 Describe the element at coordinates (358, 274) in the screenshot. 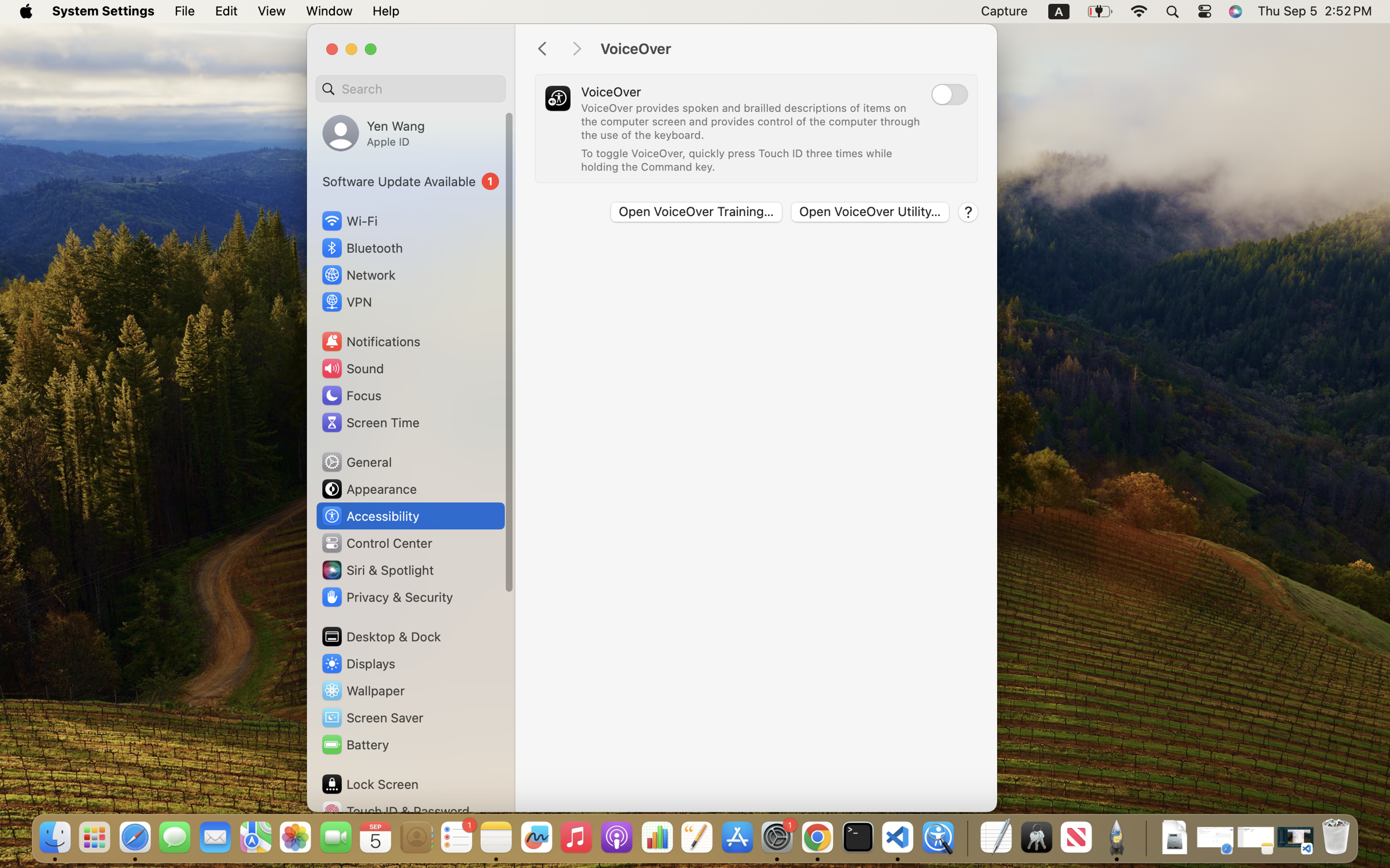

I see `'Network'` at that location.